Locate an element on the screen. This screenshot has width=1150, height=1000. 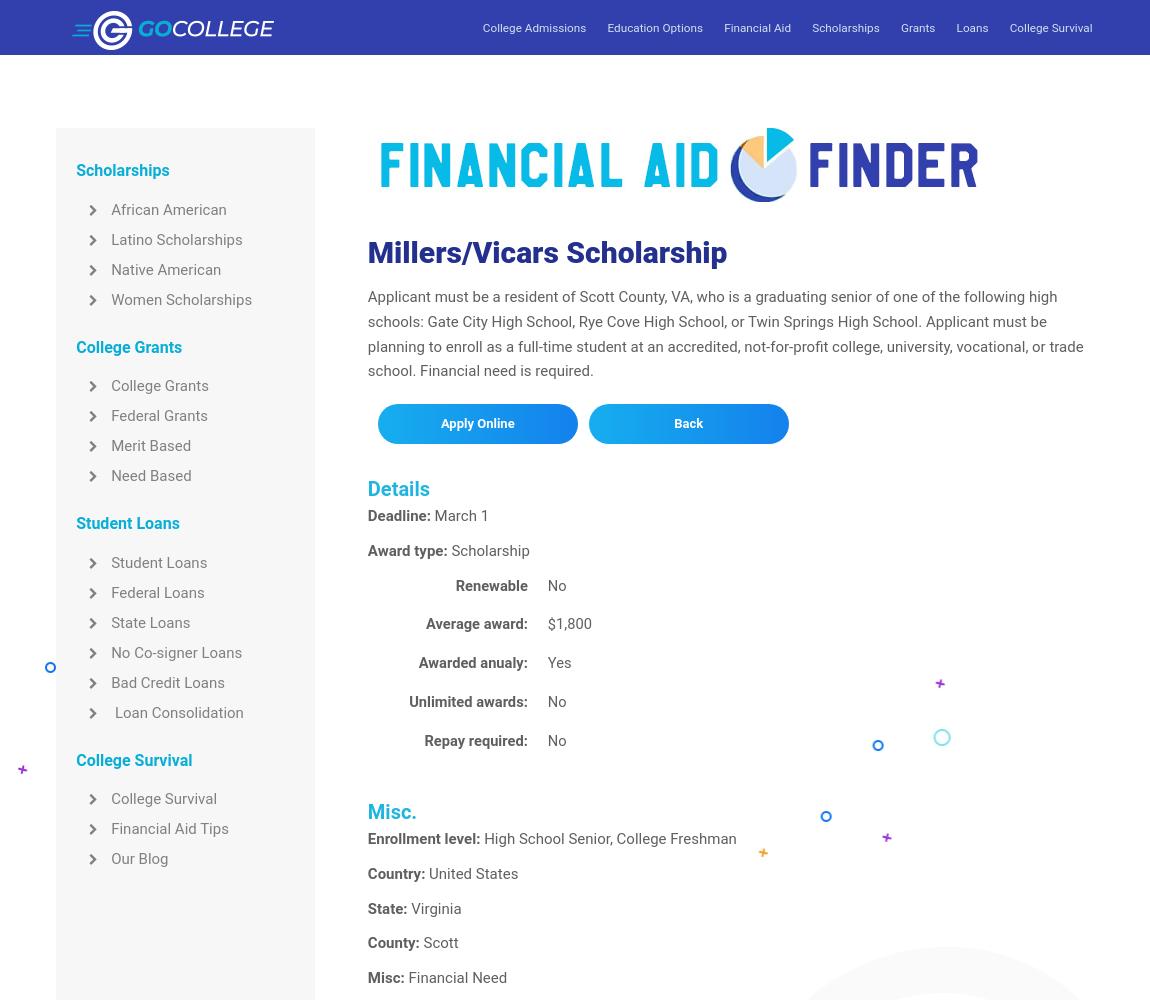
'Enrollment level:' is located at coordinates (423, 838).